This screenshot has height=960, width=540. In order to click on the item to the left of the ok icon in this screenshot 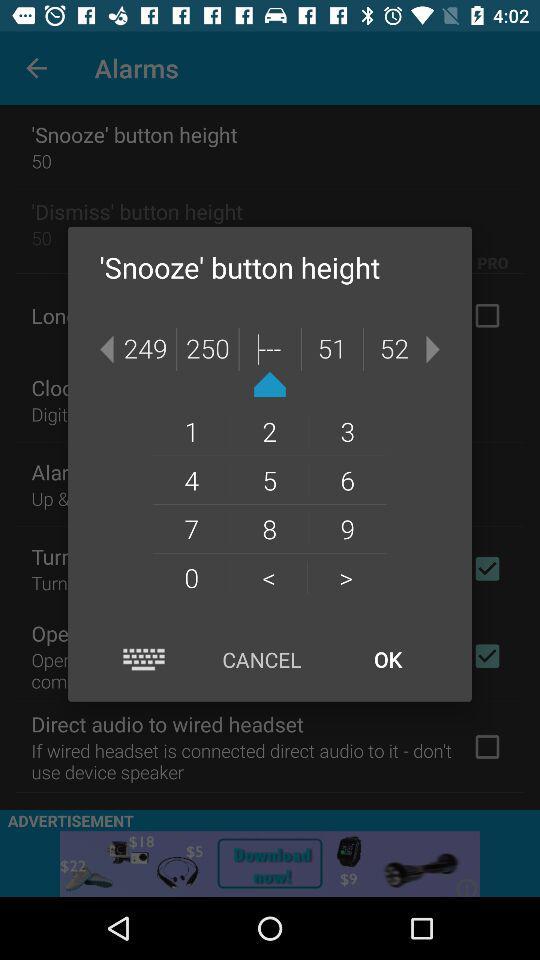, I will do `click(261, 658)`.